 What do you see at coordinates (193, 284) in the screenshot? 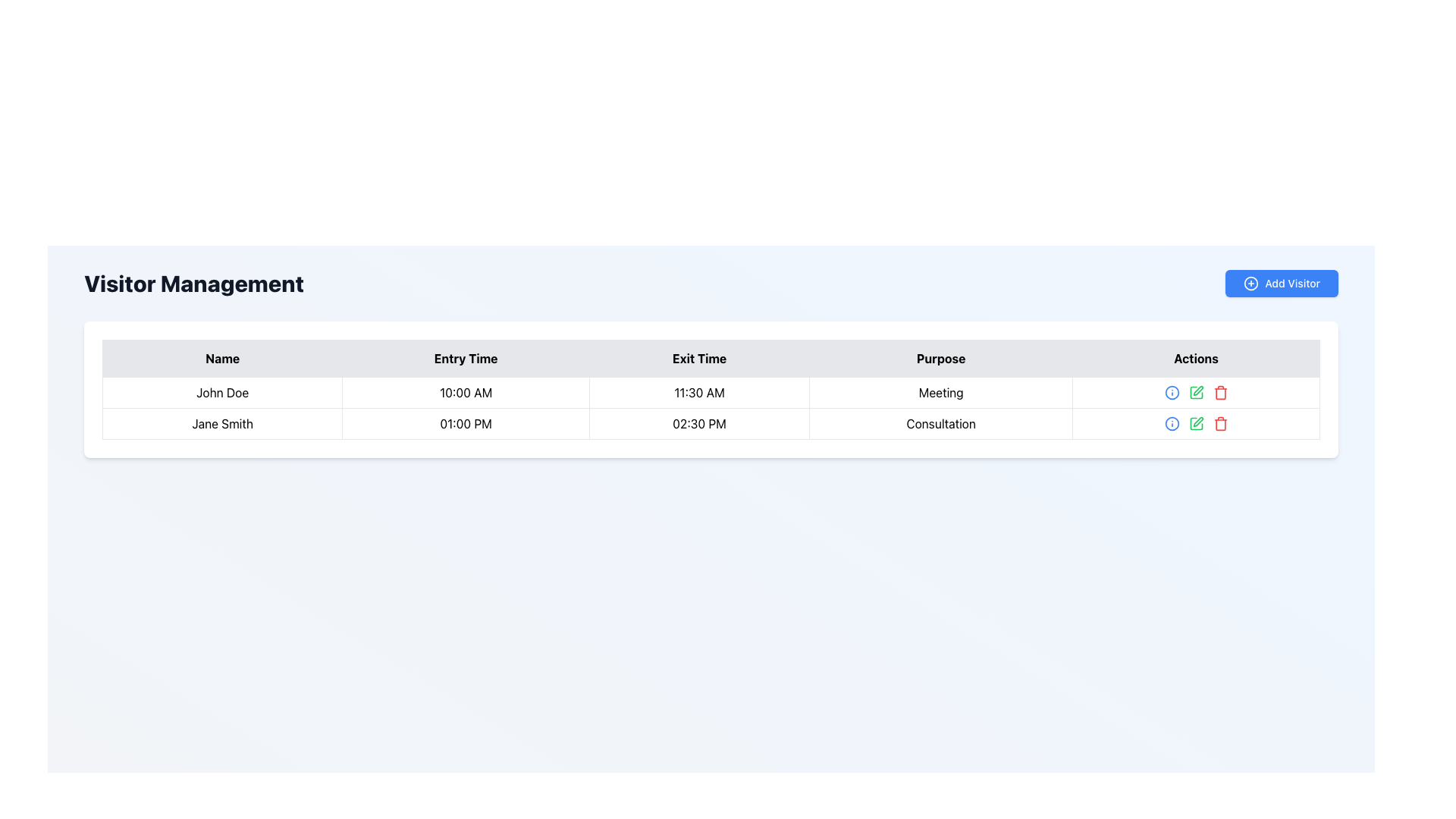
I see `the 'Visitor Management' text label which is styled in an extra bold and large font size, located at the top-left area of the interface` at bounding box center [193, 284].